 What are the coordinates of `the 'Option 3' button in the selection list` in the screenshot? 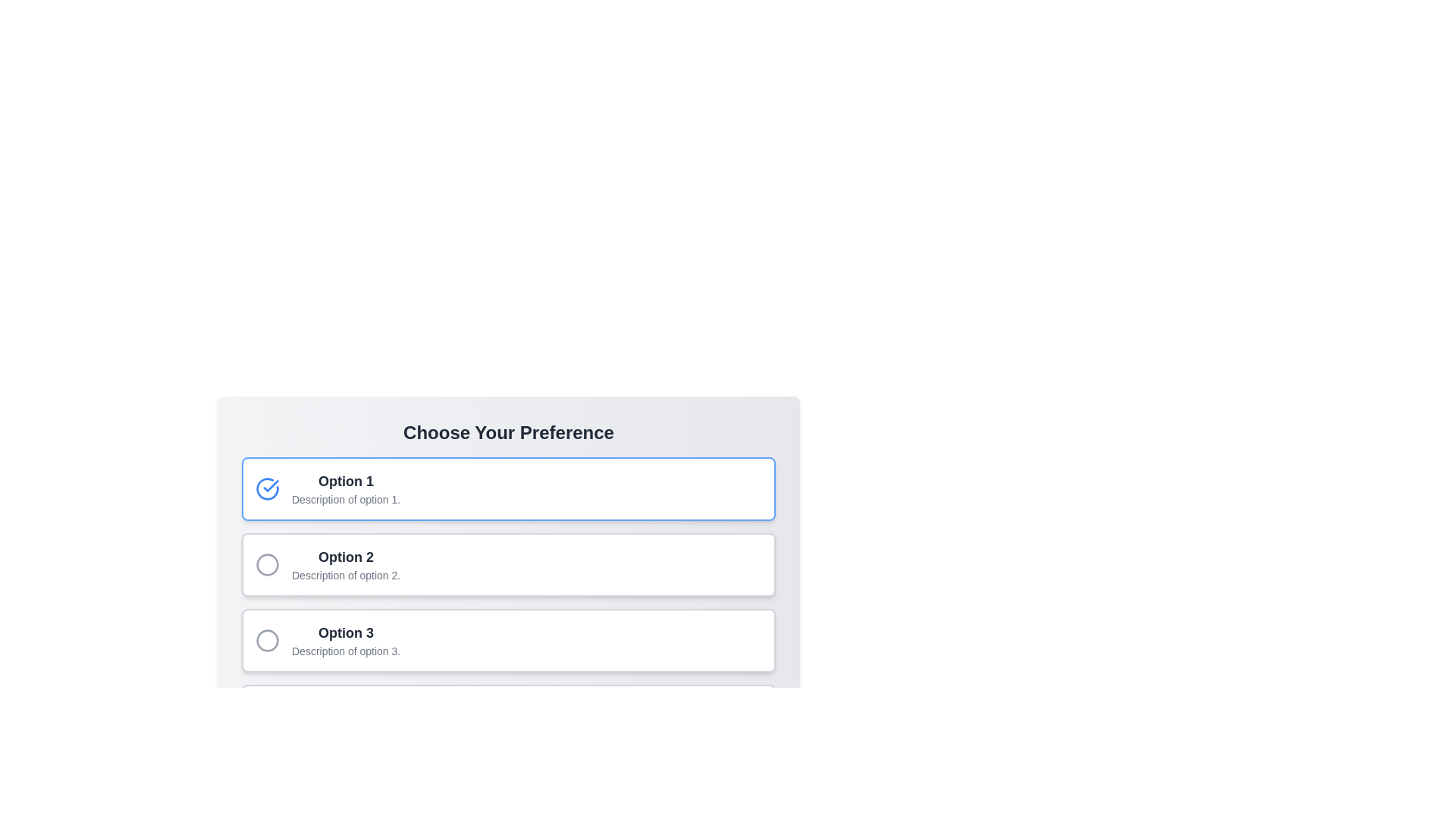 It's located at (345, 640).